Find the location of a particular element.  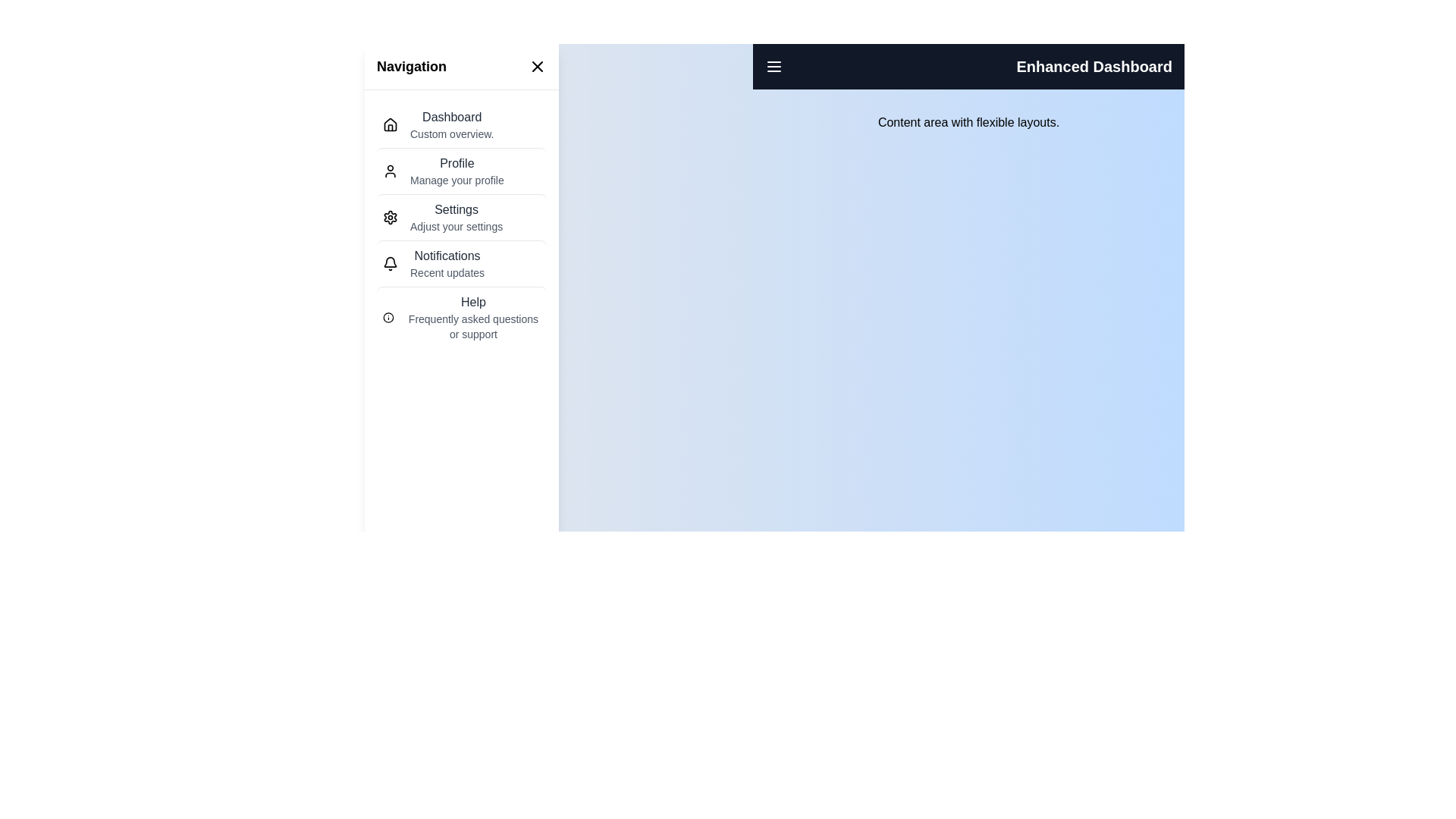

the bell icon located next to the 'Notifications' text in the fourth row of the navigation menu is located at coordinates (390, 262).